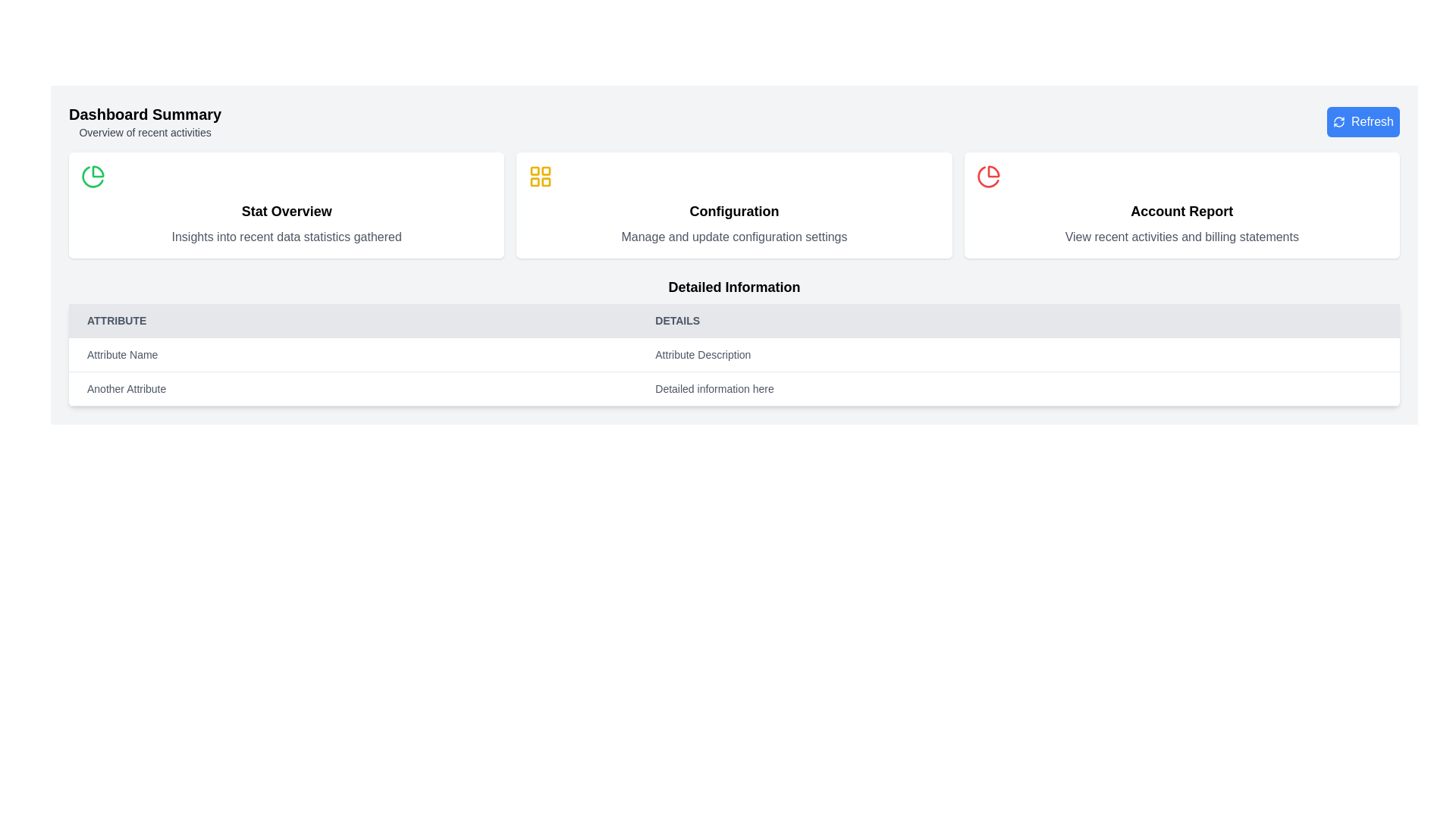 This screenshot has width=1456, height=819. What do you see at coordinates (93, 175) in the screenshot?
I see `the green circular pie chart icon located at the top-left corner of the 'Stat Overview' card to indicate selection` at bounding box center [93, 175].